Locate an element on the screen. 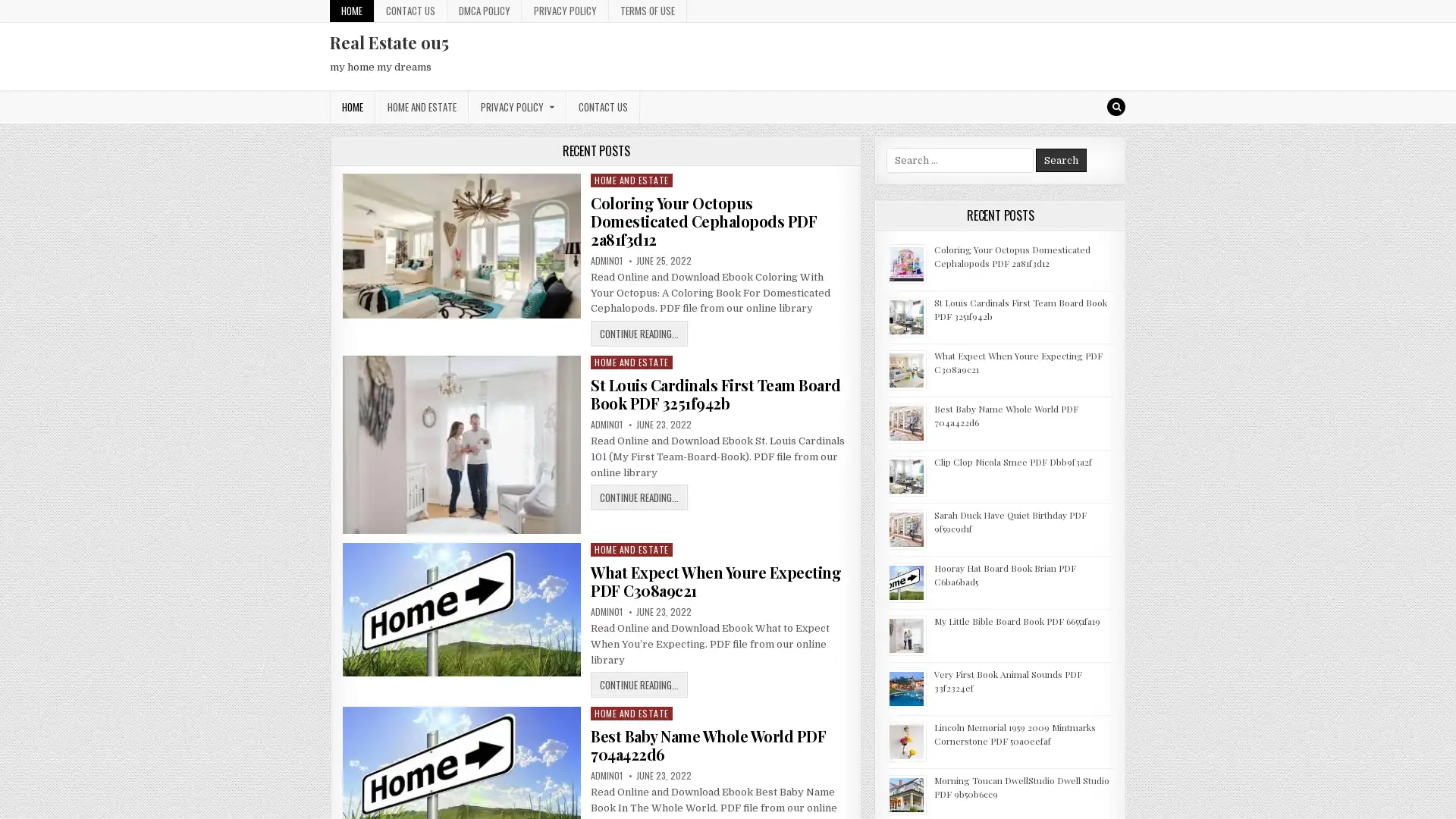  Search is located at coordinates (1060, 160).